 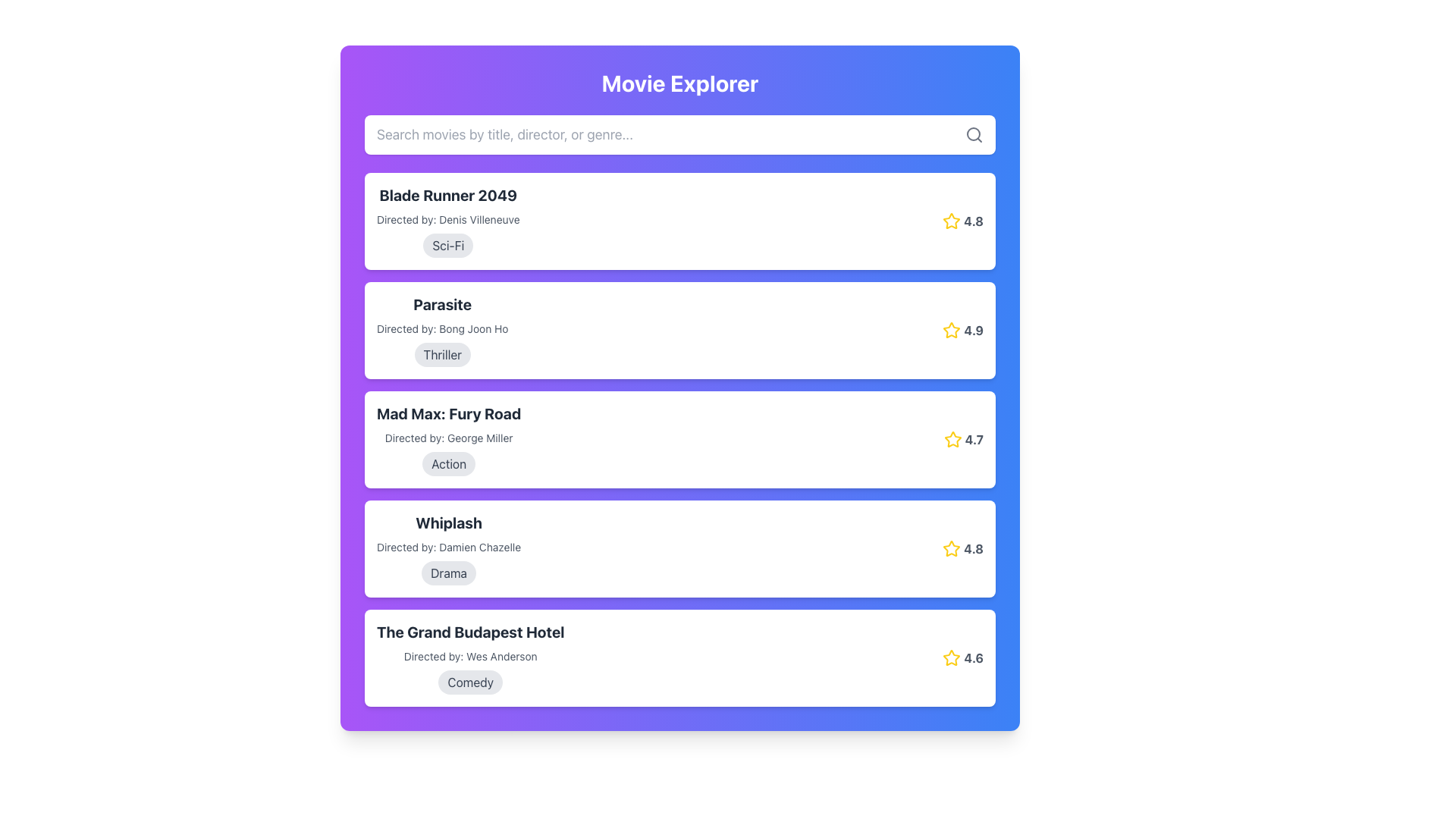 I want to click on the leftmost star-shaped icon that is yellow with a hollow center, located adjacent to the text '4.7', so click(x=952, y=439).